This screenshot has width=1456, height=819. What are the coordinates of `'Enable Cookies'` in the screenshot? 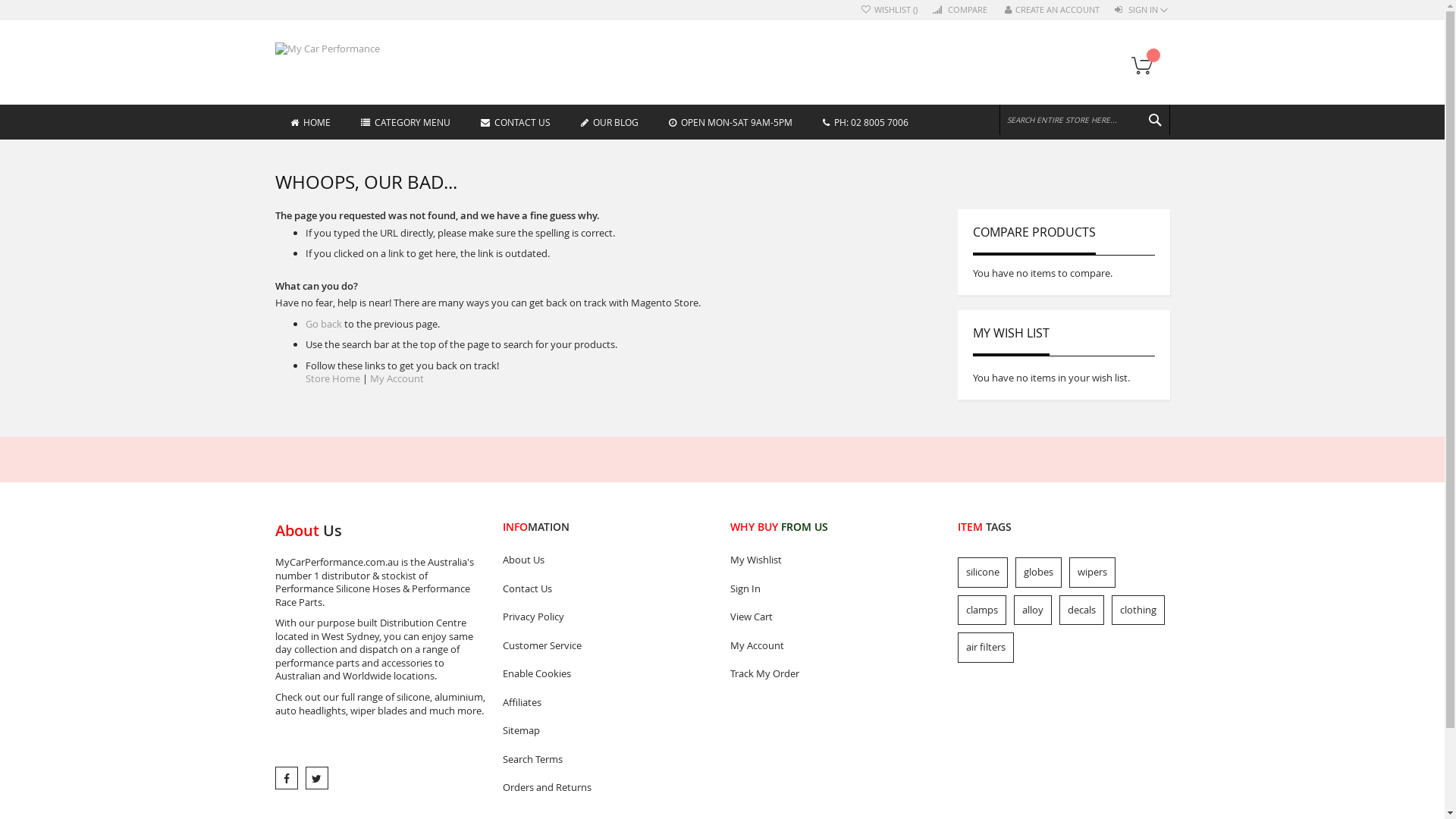 It's located at (502, 673).